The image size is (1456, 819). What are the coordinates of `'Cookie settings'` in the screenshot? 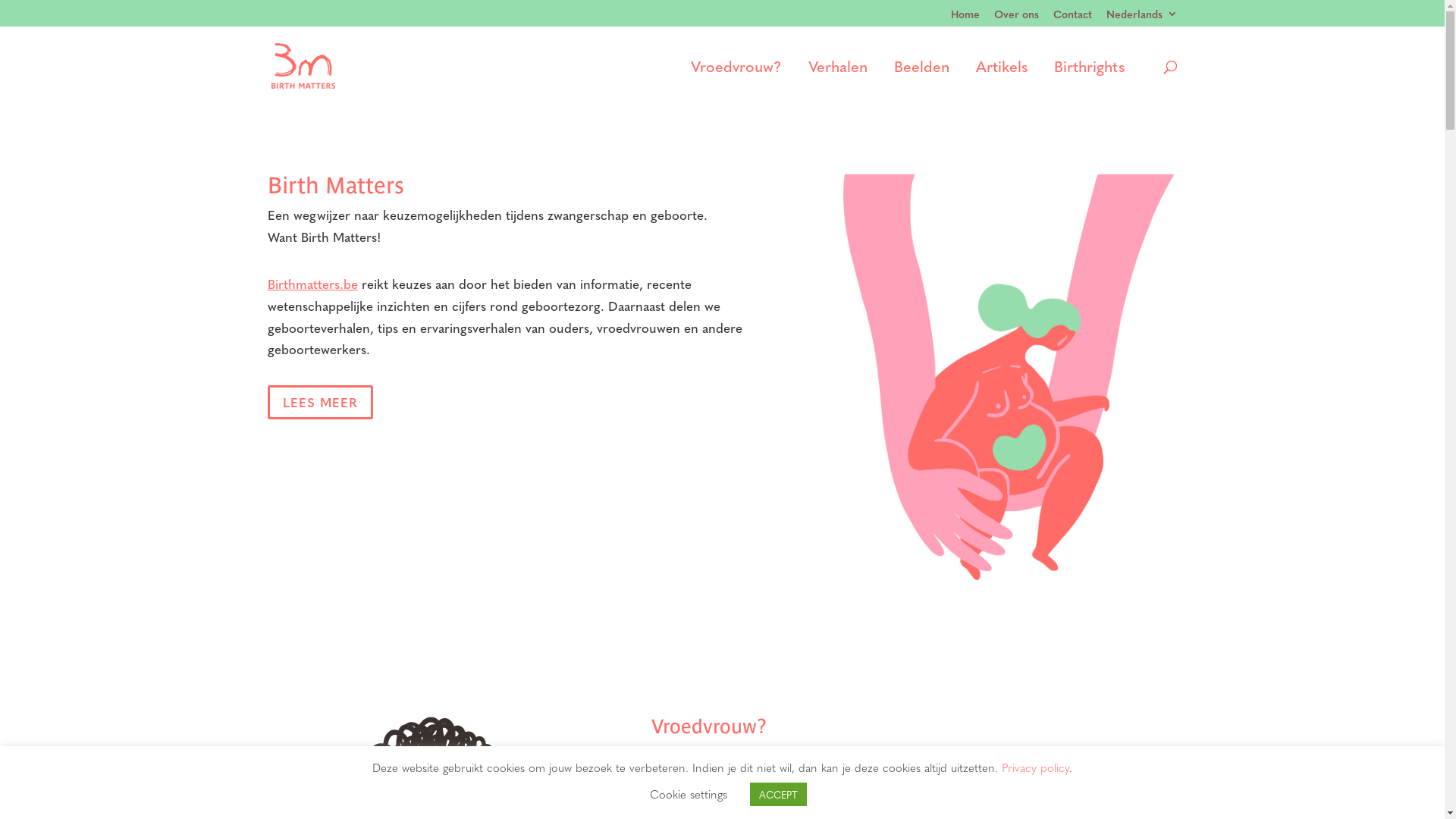 It's located at (648, 792).